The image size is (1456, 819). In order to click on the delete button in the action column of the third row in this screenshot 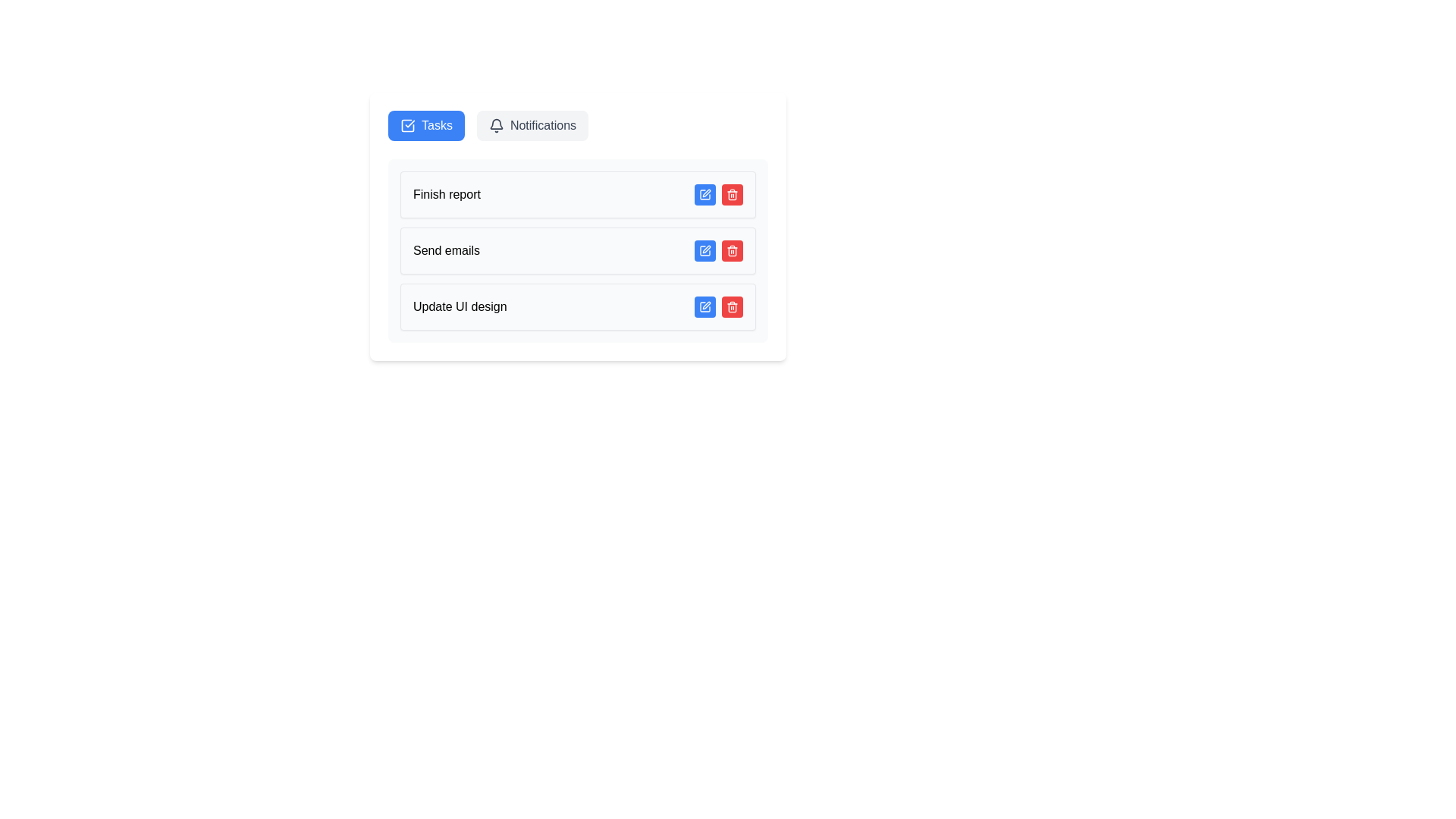, I will do `click(732, 194)`.